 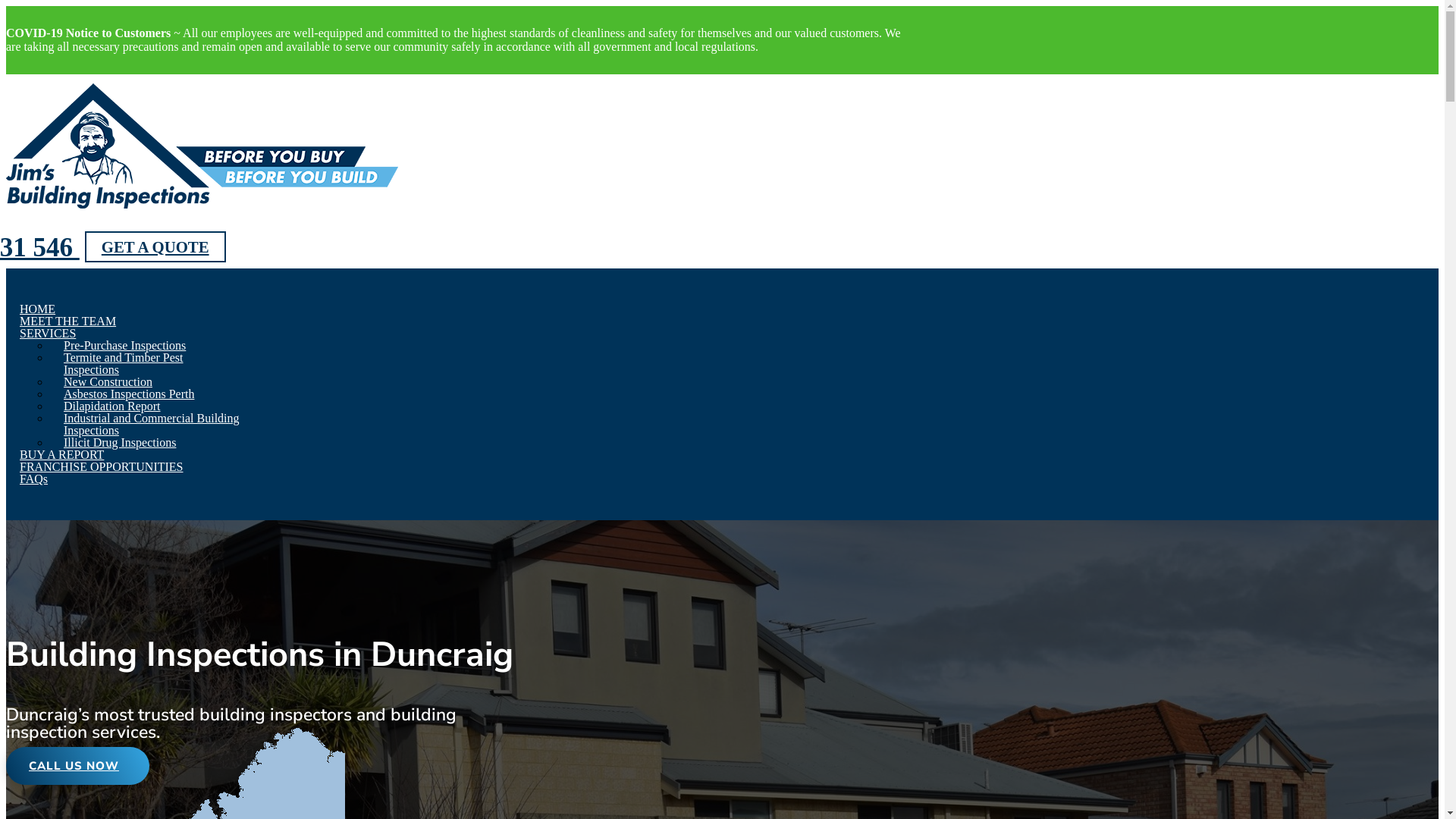 I want to click on 'MEET THE TEAM', so click(x=19, y=320).